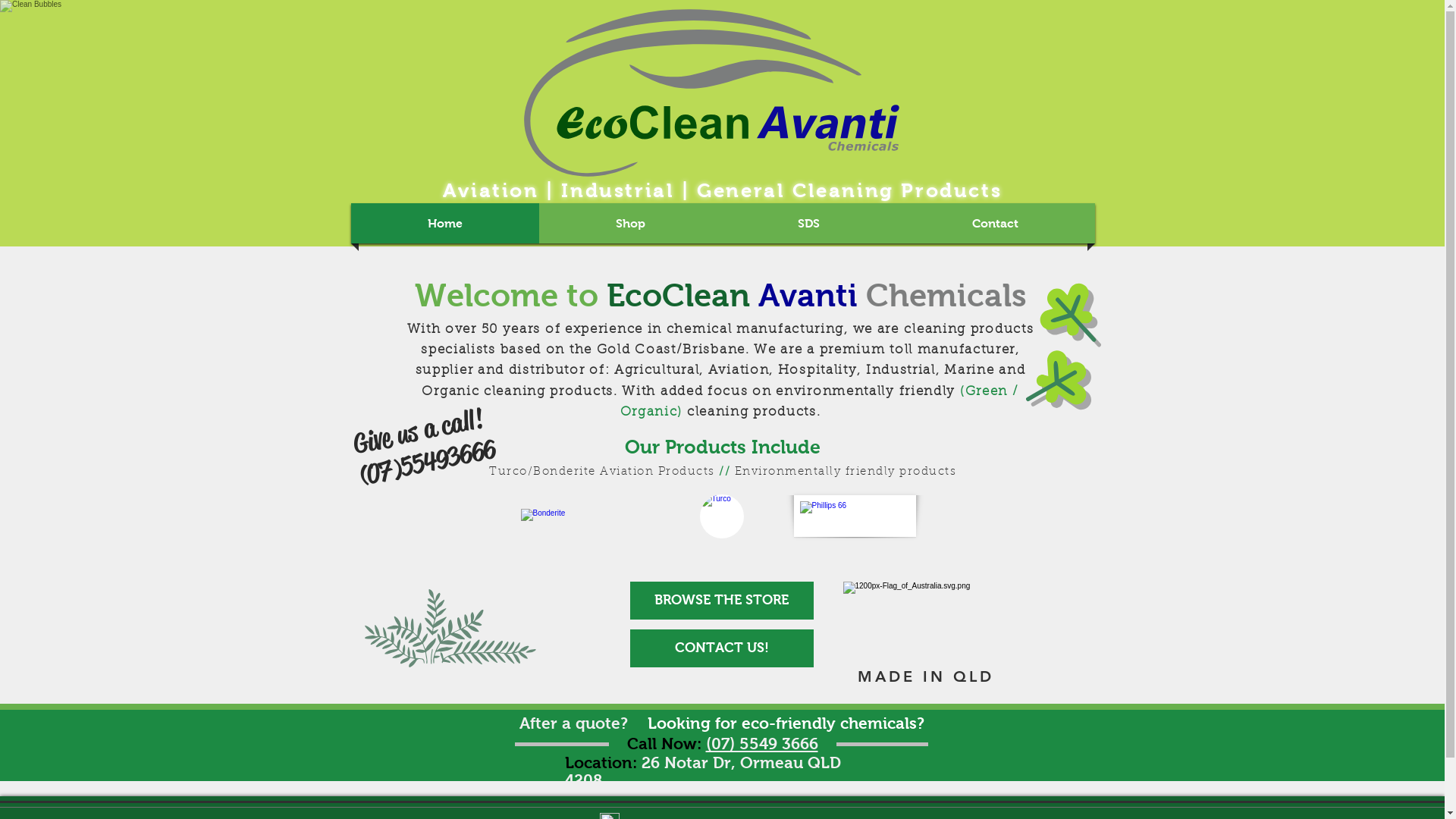  What do you see at coordinates (629, 648) in the screenshot?
I see `'CONTACT US!'` at bounding box center [629, 648].